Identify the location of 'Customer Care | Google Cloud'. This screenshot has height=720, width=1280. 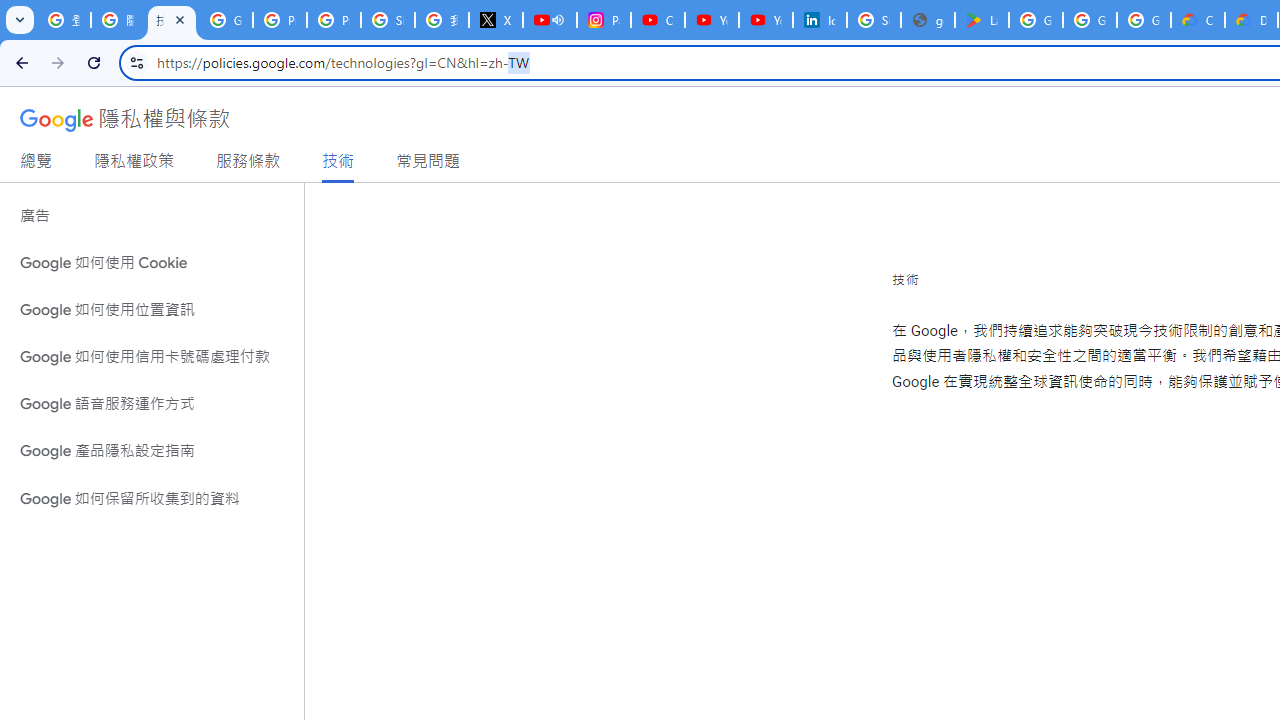
(1198, 20).